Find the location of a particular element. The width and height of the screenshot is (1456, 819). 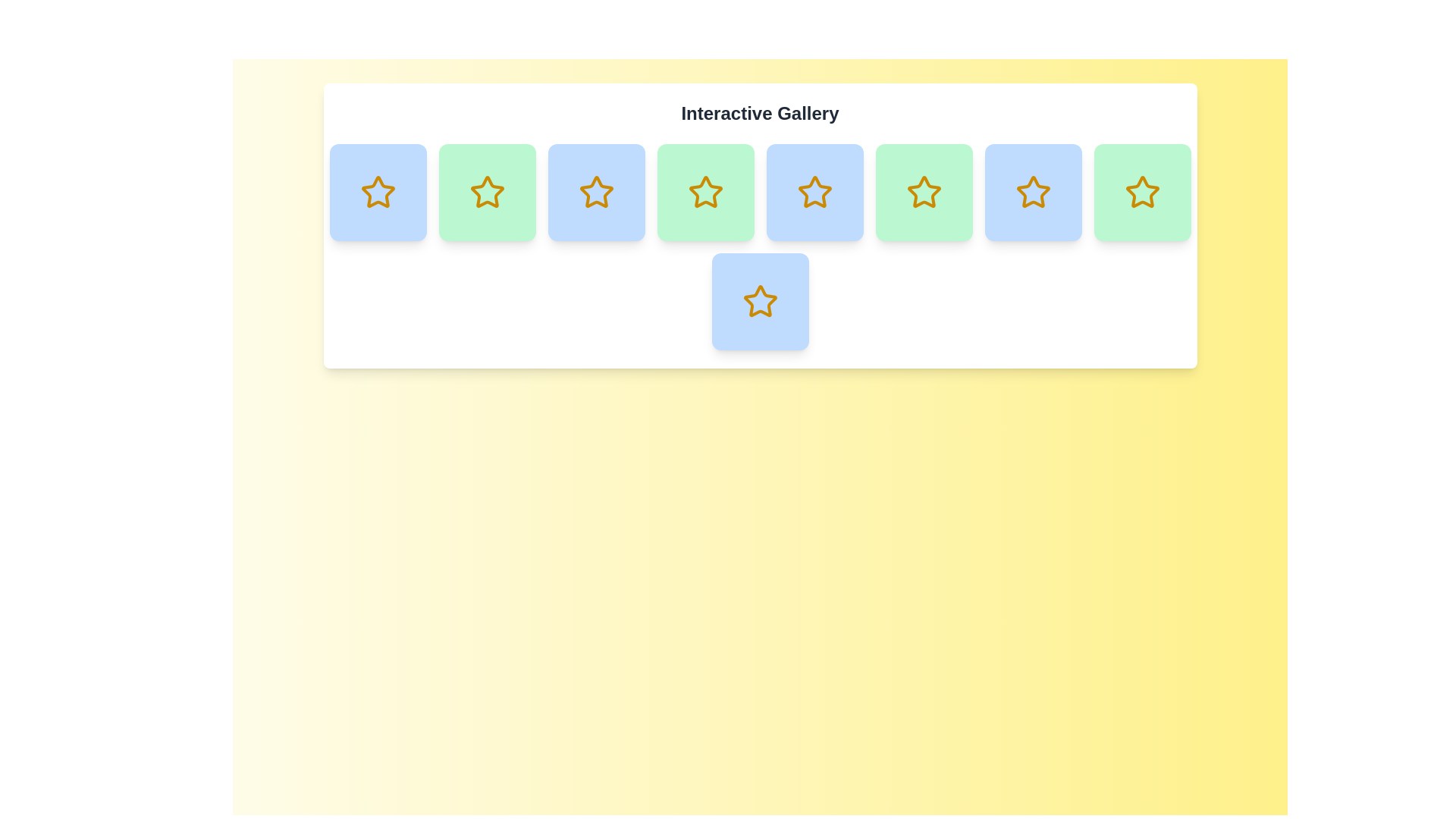

the interactive box containing an icon, which is the first element in a horizontally aligned grid, positioned at the top-left corner is located at coordinates (378, 192).